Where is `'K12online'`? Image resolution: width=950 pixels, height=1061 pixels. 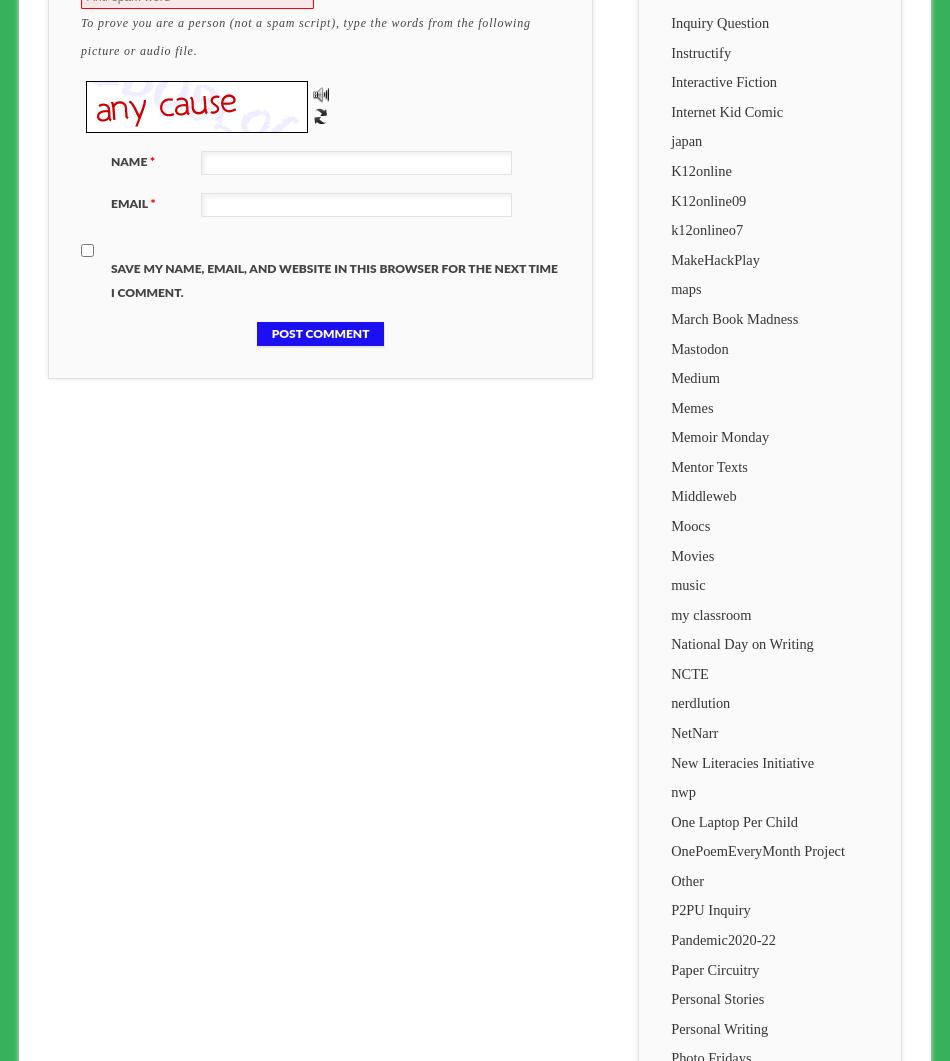 'K12online' is located at coordinates (670, 171).